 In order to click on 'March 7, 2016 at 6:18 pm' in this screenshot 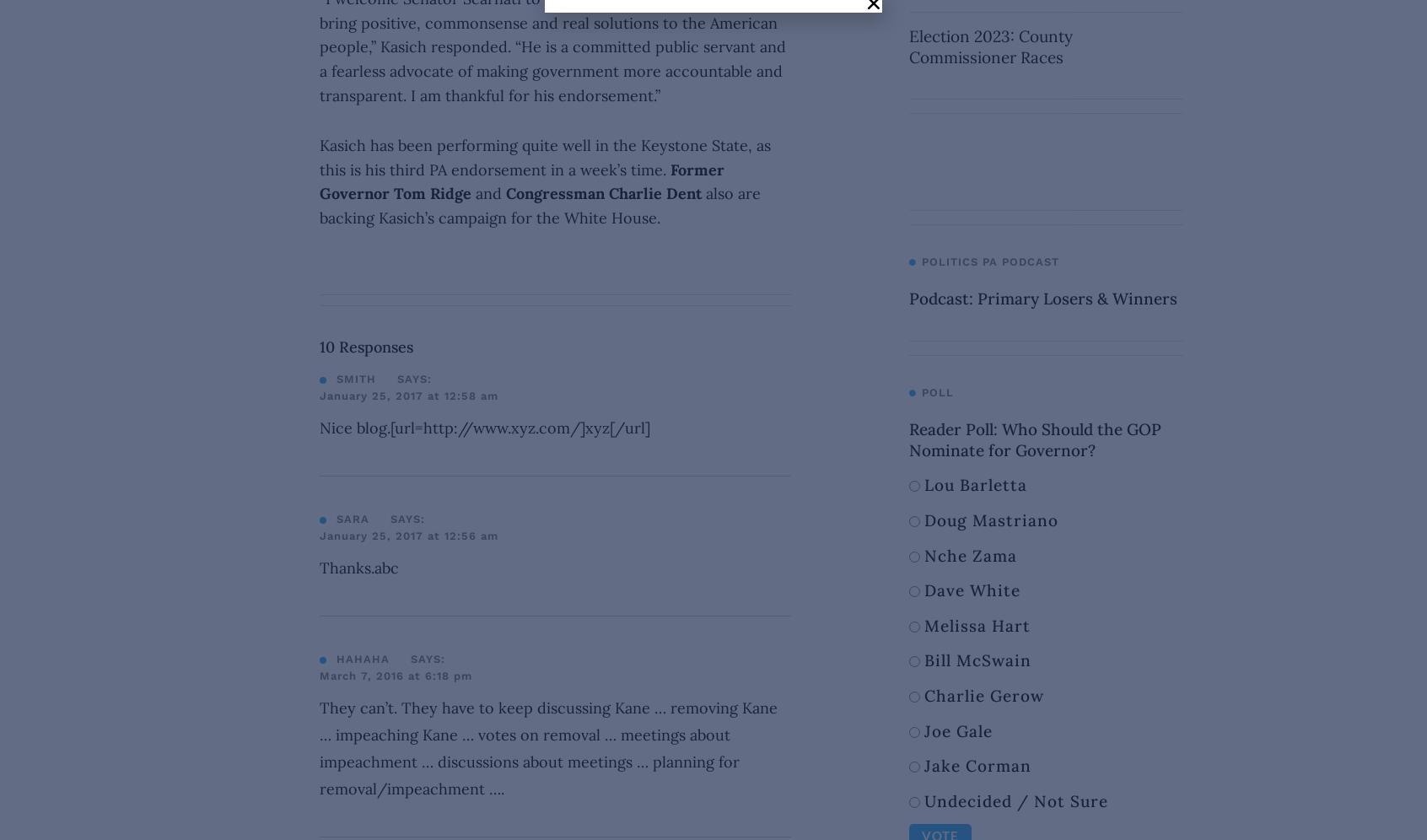, I will do `click(395, 674)`.